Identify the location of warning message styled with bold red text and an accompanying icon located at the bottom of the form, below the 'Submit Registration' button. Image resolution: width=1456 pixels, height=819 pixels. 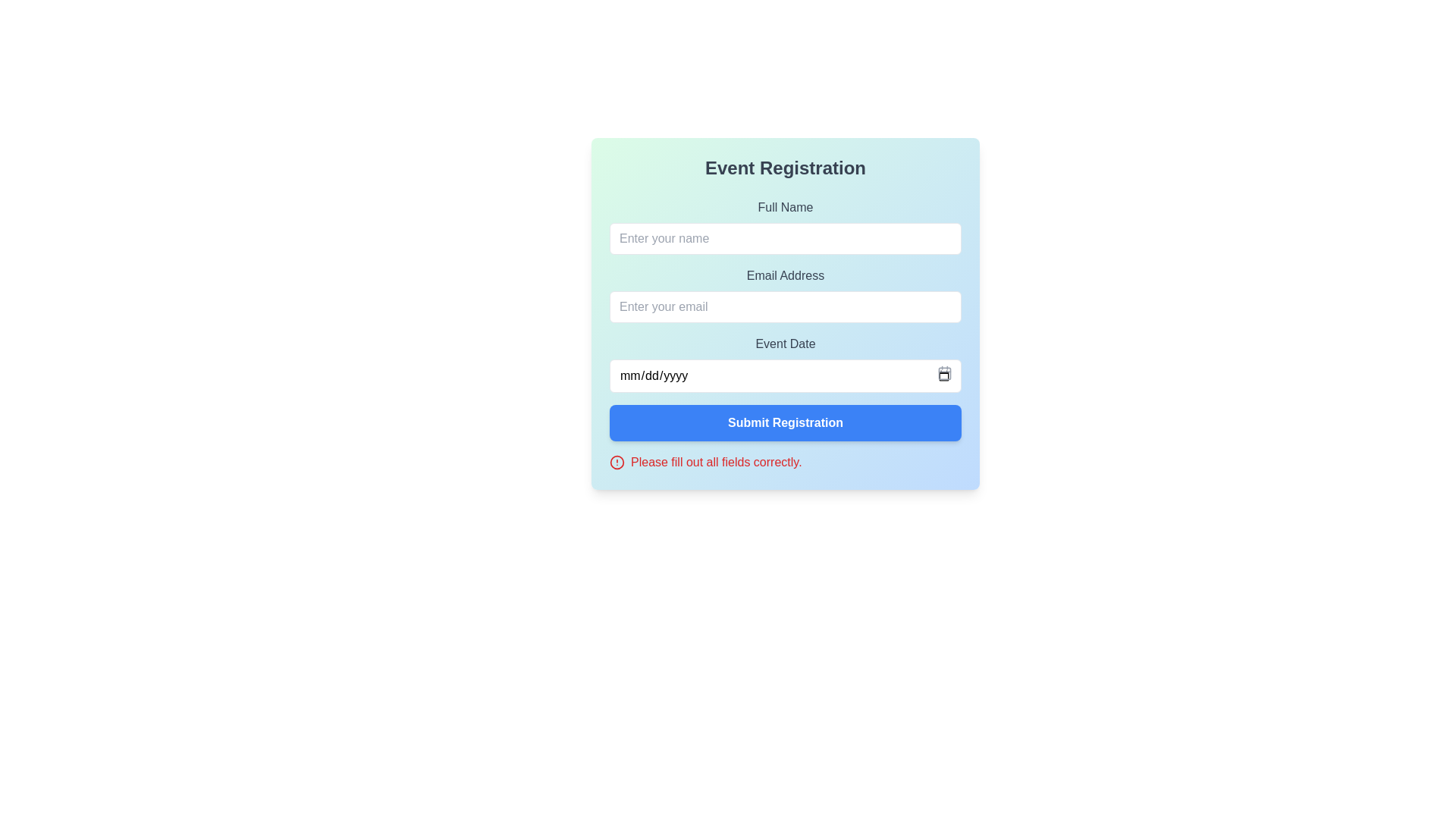
(786, 461).